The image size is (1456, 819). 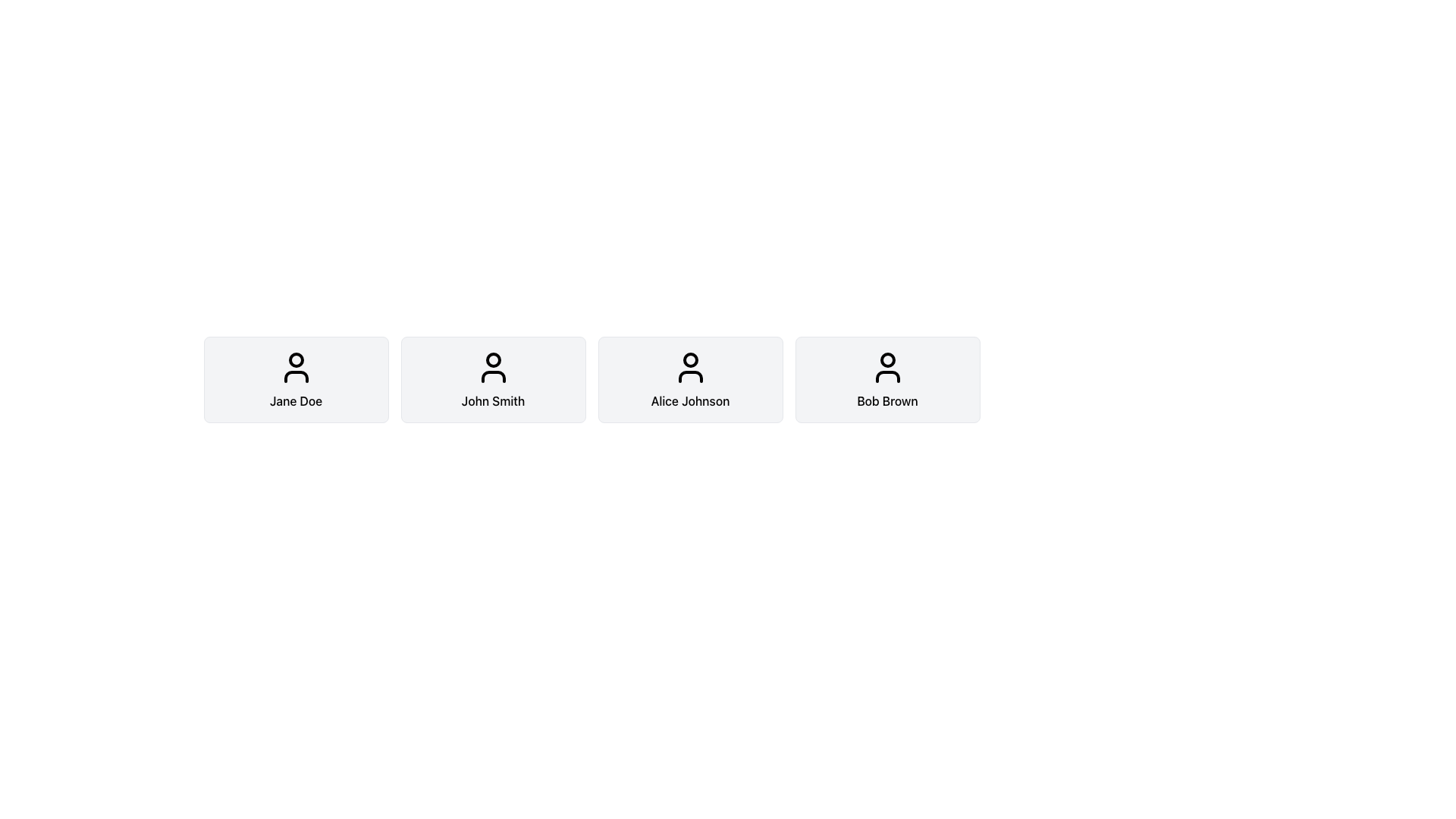 What do you see at coordinates (296, 375) in the screenshot?
I see `the Profile card, which is the first card in a horizontal row of four` at bounding box center [296, 375].